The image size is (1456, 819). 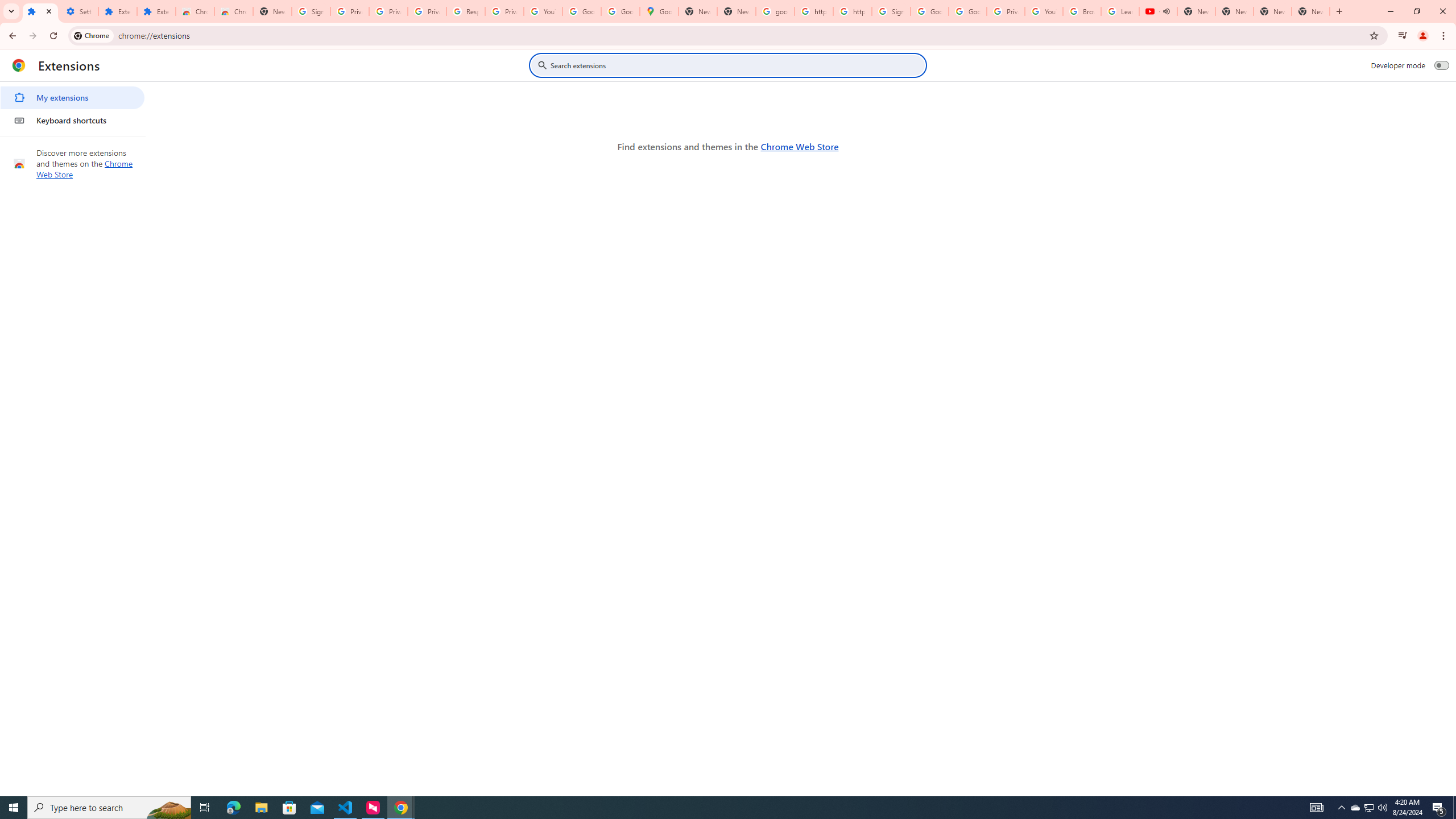 What do you see at coordinates (72, 98) in the screenshot?
I see `'My extensions'` at bounding box center [72, 98].